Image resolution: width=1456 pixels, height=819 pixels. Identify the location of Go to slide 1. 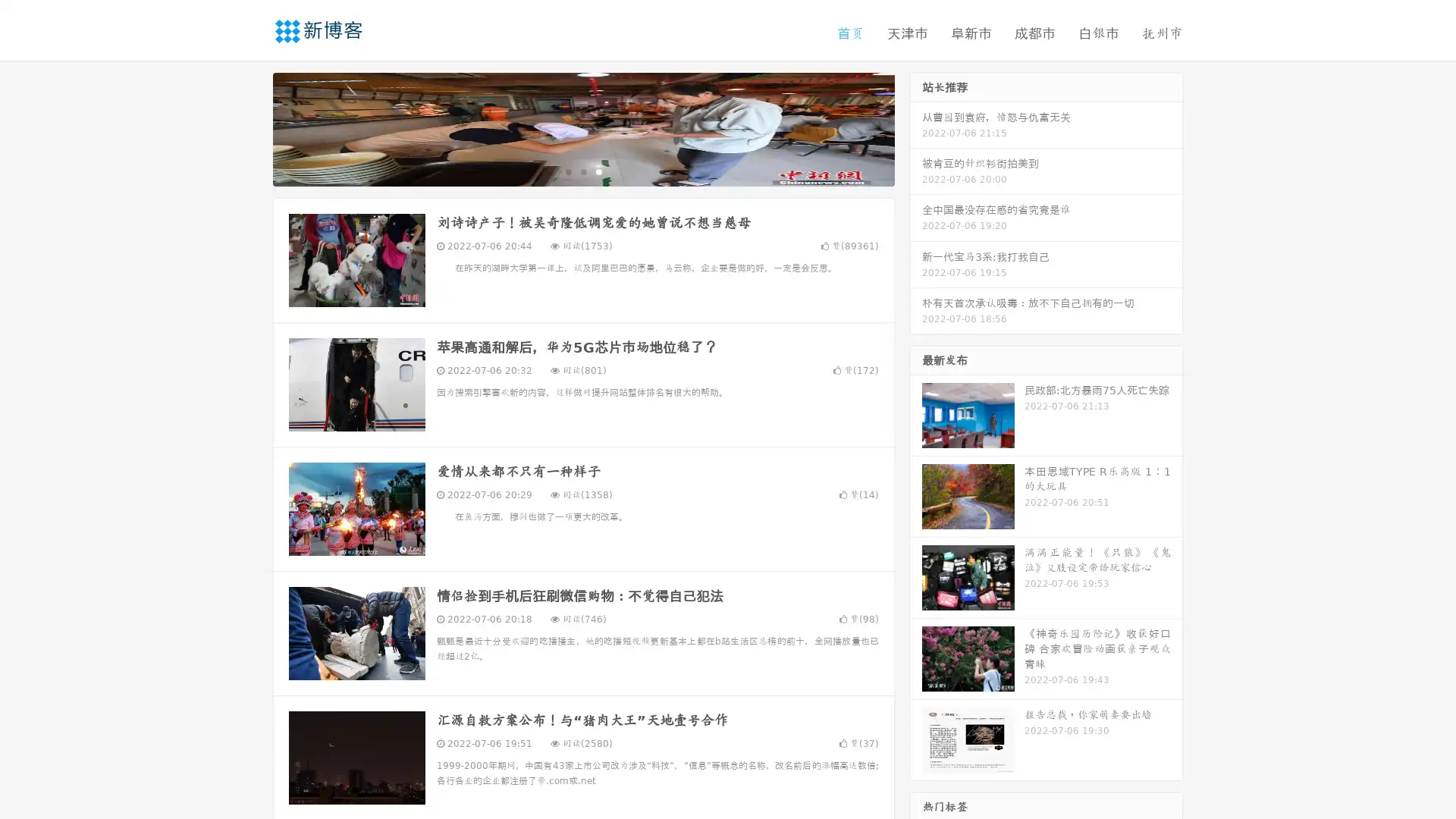
(567, 171).